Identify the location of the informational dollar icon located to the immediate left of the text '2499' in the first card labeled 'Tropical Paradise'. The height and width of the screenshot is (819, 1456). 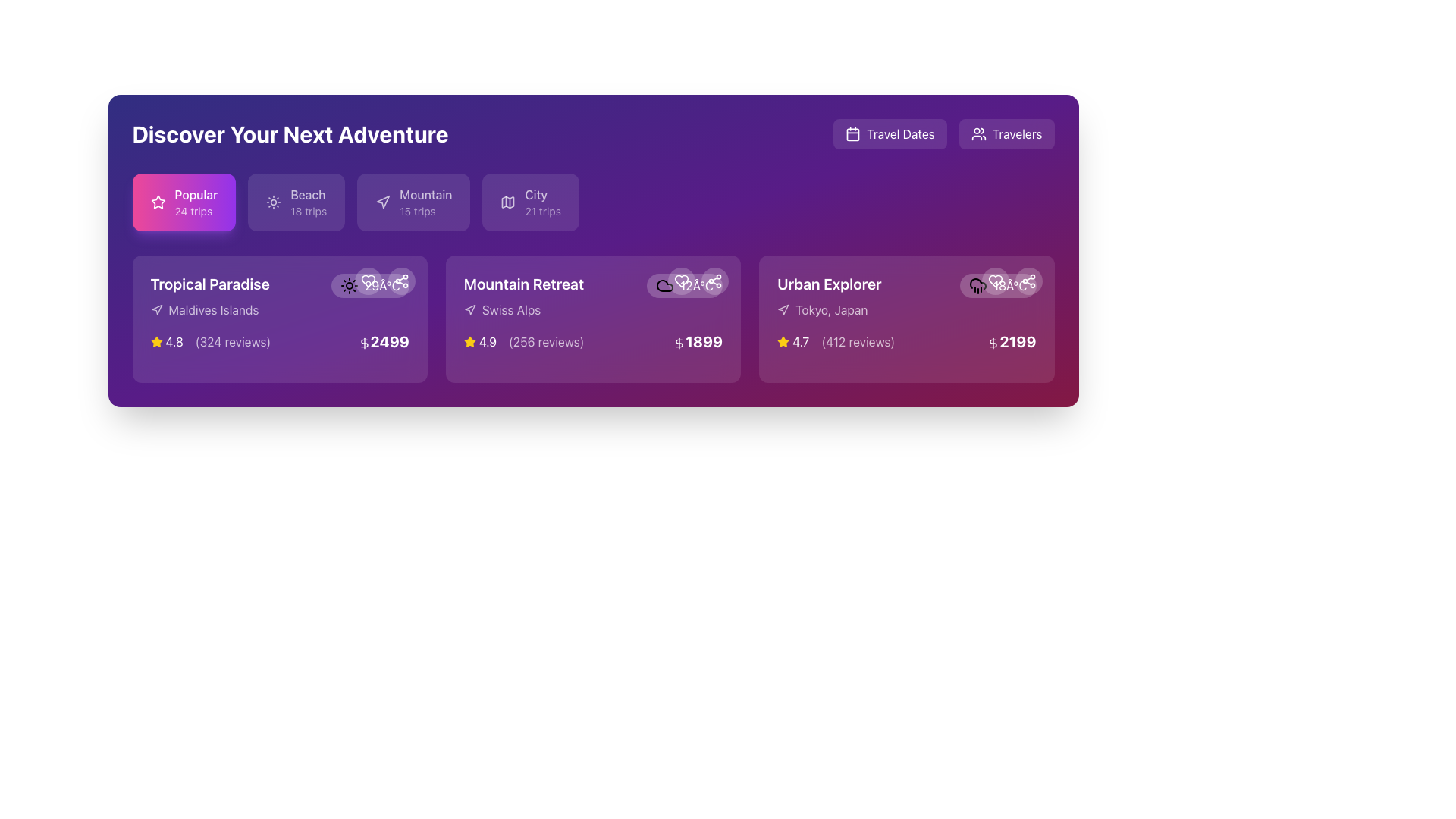
(364, 343).